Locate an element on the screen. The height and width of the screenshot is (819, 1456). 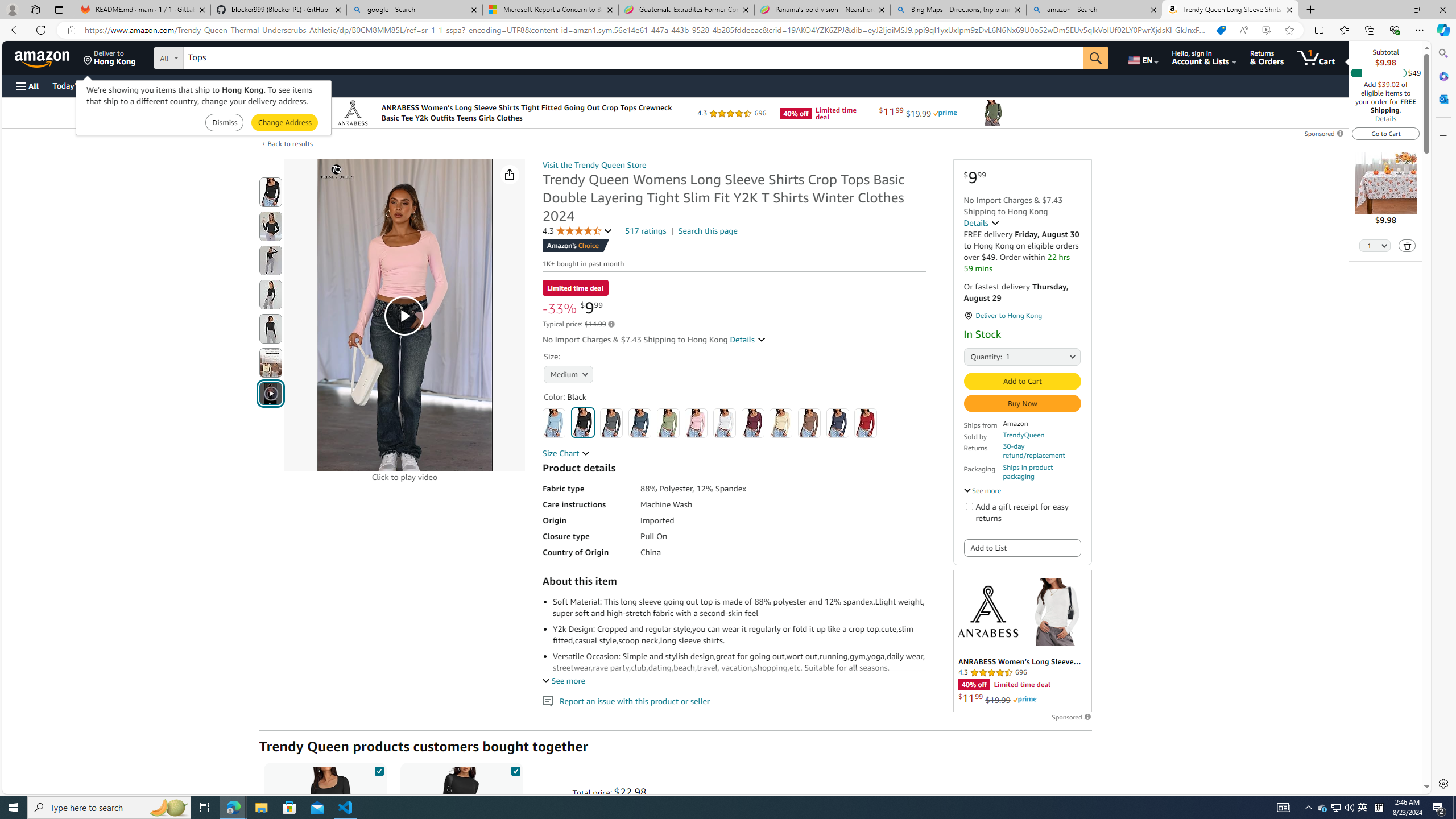
'Skip to main content' is located at coordinates (48, 56).